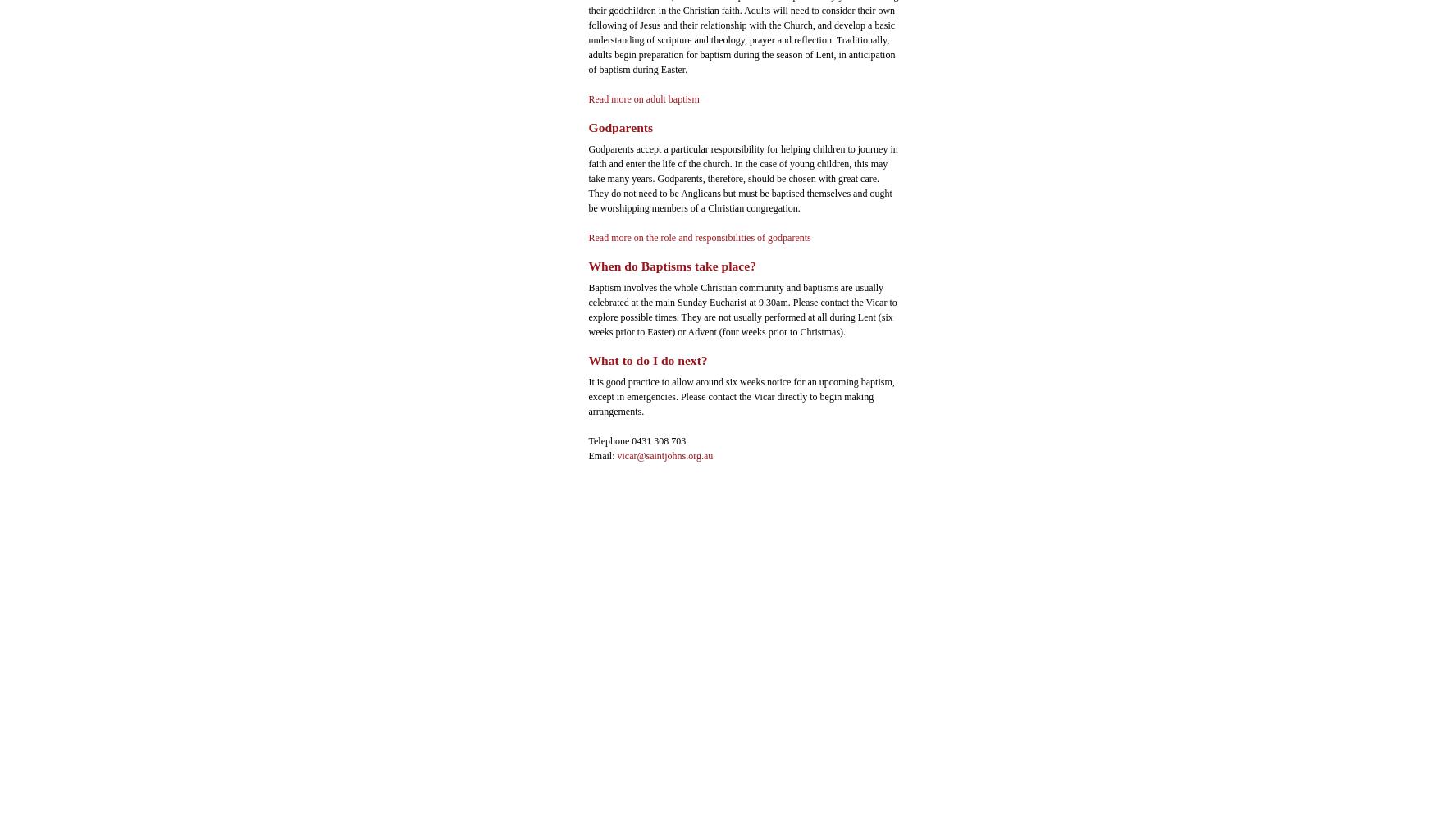  What do you see at coordinates (620, 126) in the screenshot?
I see `'Godparents'` at bounding box center [620, 126].